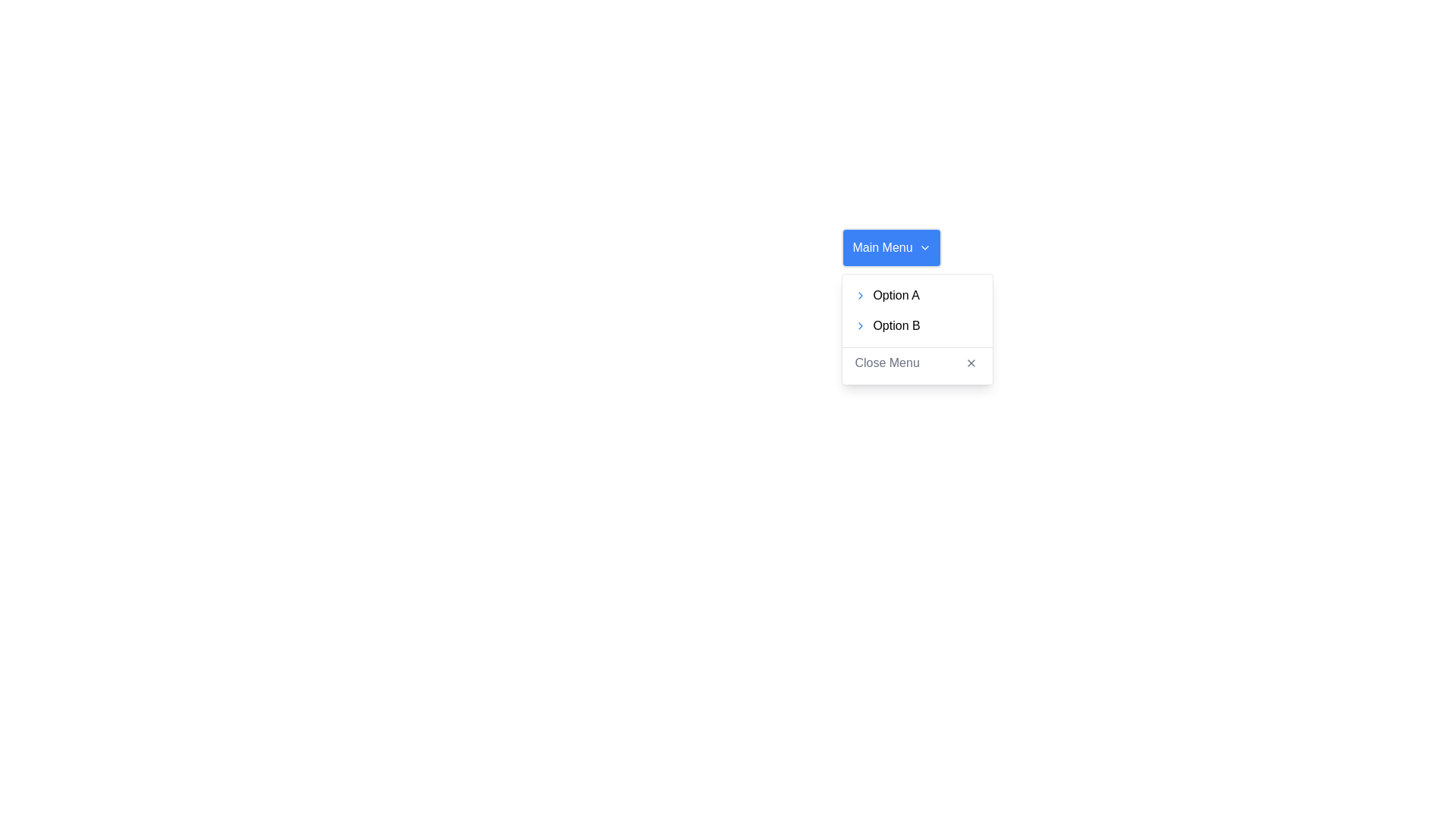  Describe the element at coordinates (917, 295) in the screenshot. I see `the menu option labeled 'Option A' with a blue arrow icon` at that location.